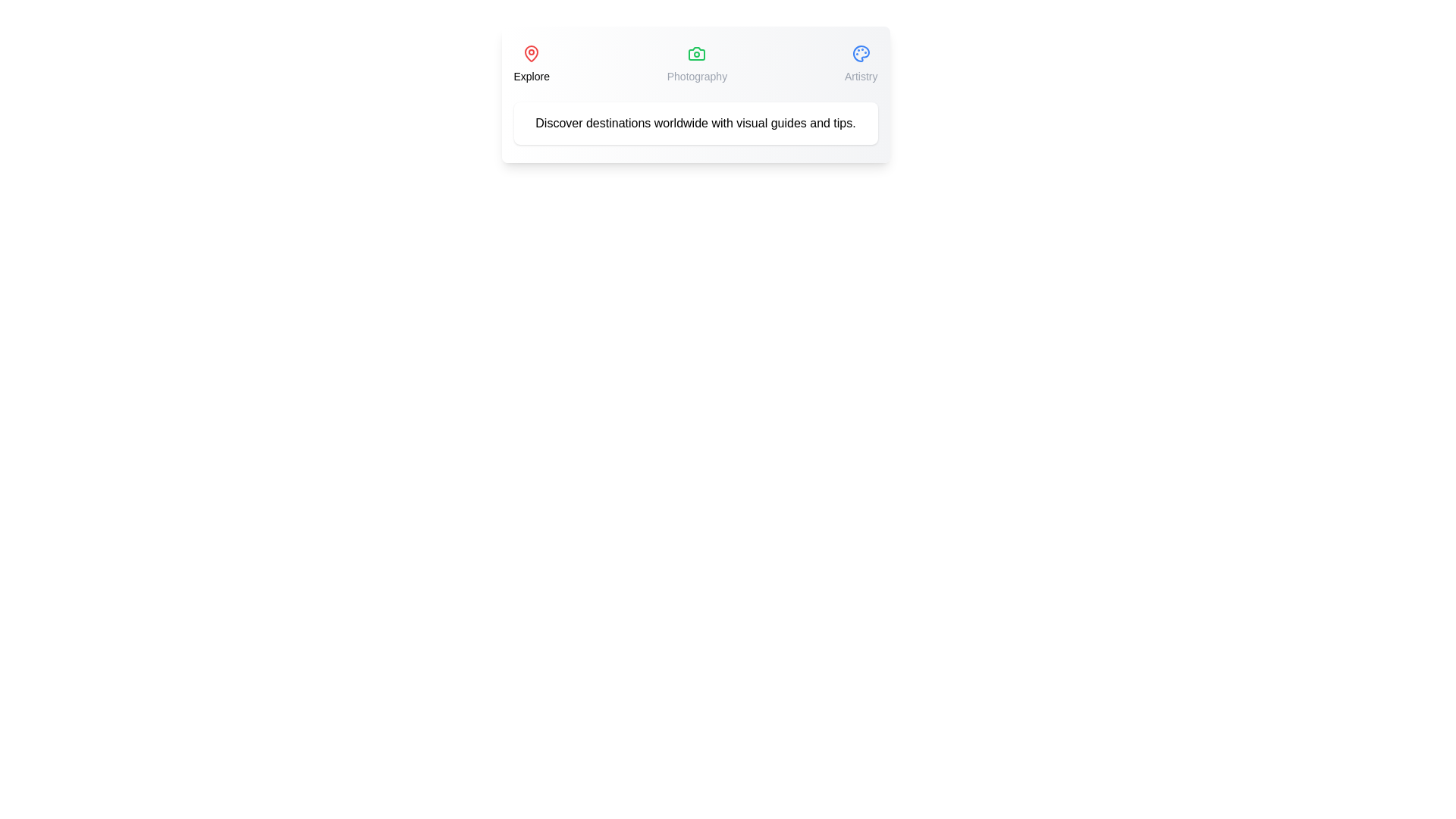 The image size is (1456, 819). Describe the element at coordinates (861, 63) in the screenshot. I see `the tab labeled Artistry to trigger its hover interaction` at that location.